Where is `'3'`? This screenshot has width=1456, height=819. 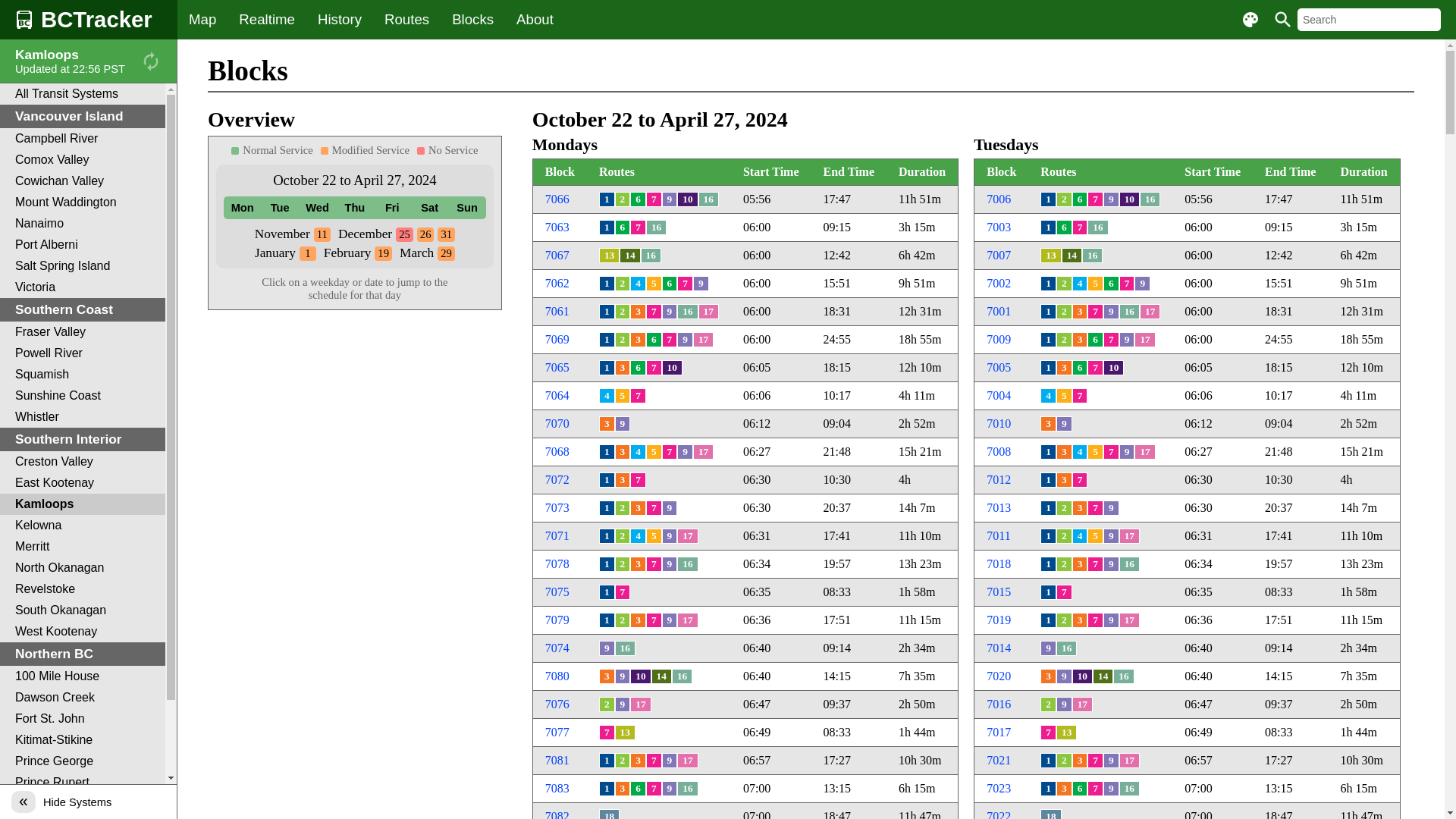
'3' is located at coordinates (623, 788).